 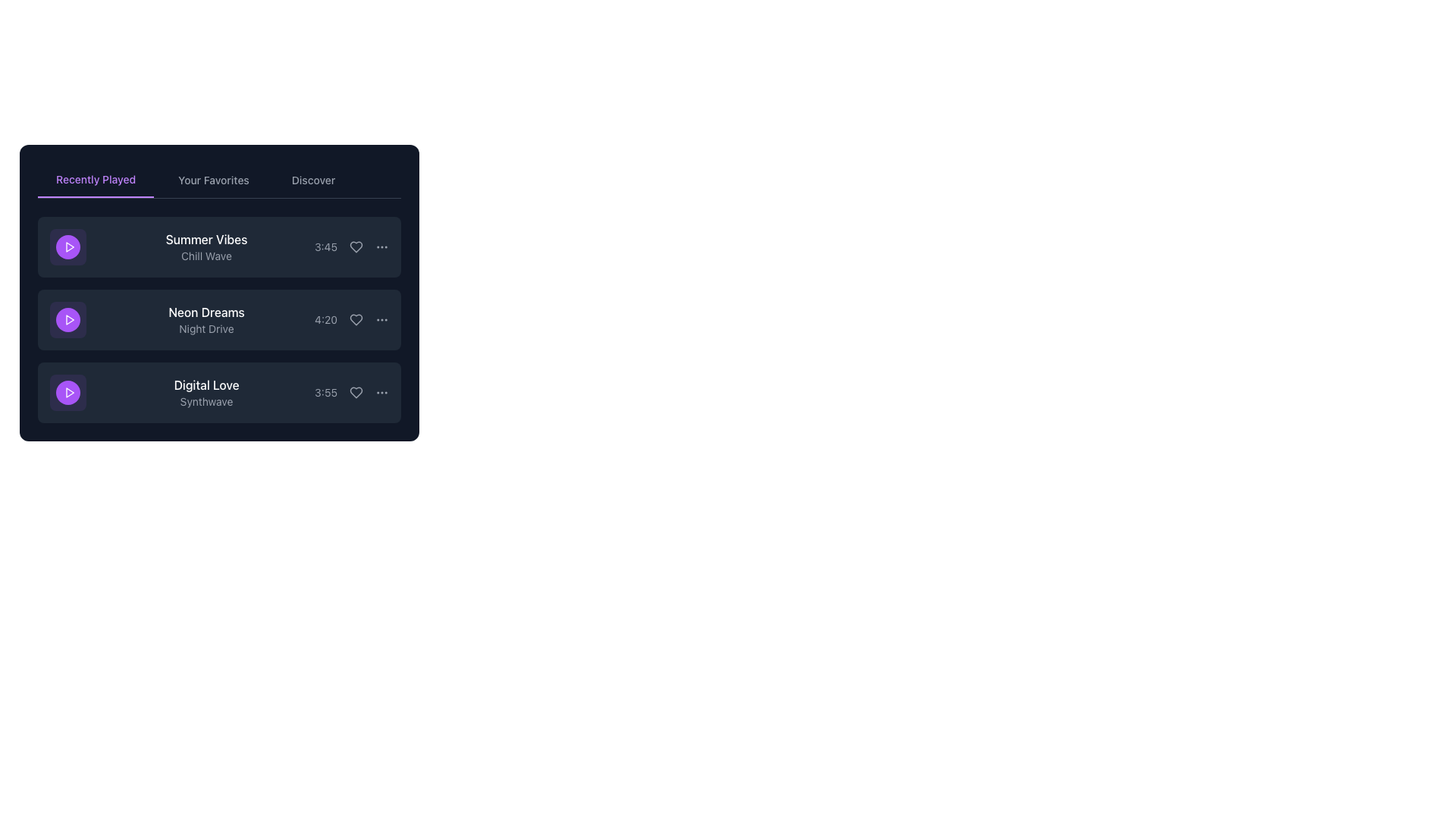 I want to click on the static text label displaying 'Summer Vibes', which is the first text element in its grouping, located near the top left of a vertical list, so click(x=206, y=239).